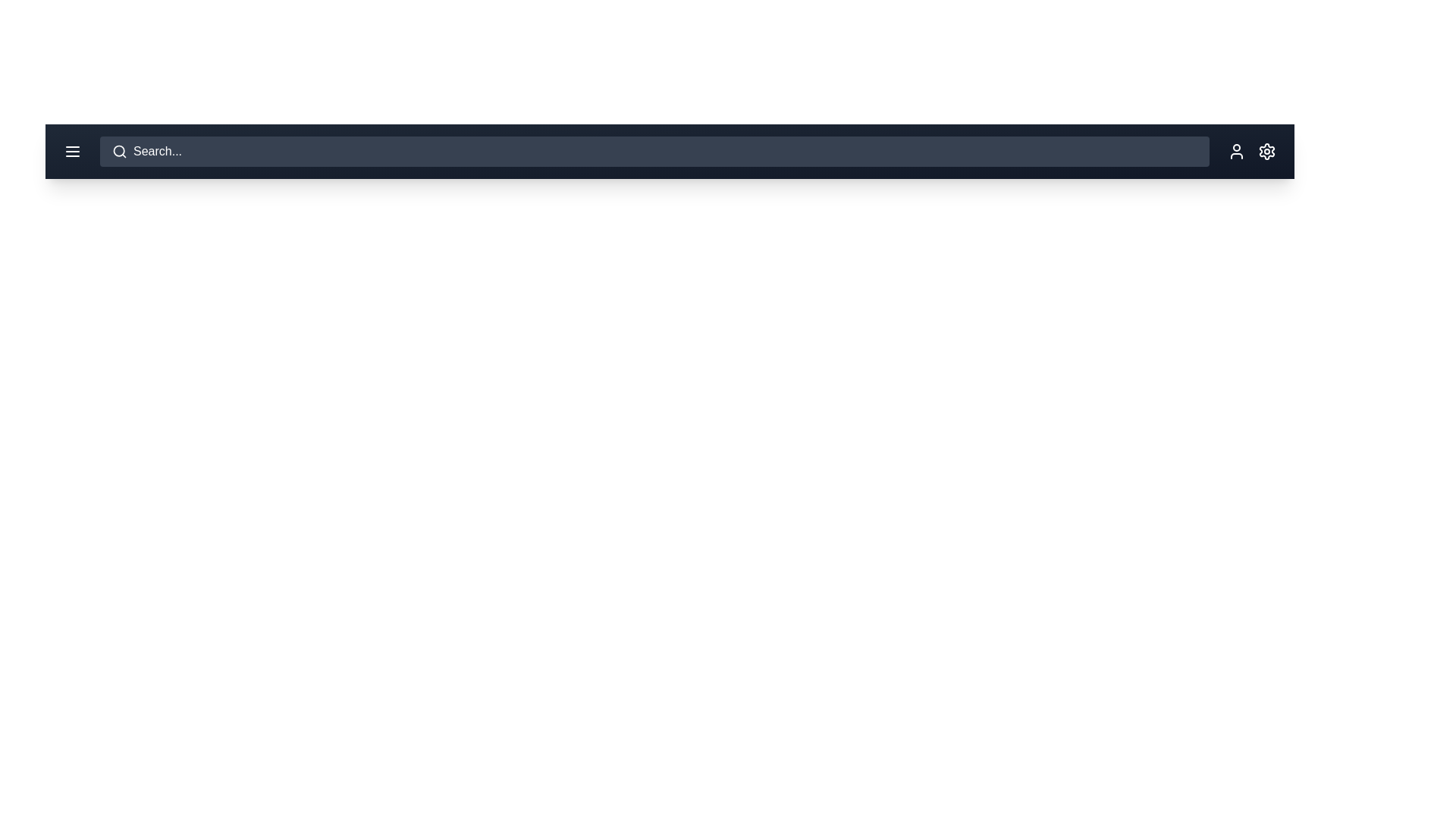 The width and height of the screenshot is (1456, 819). Describe the element at coordinates (654, 152) in the screenshot. I see `the search bar to activate it` at that location.